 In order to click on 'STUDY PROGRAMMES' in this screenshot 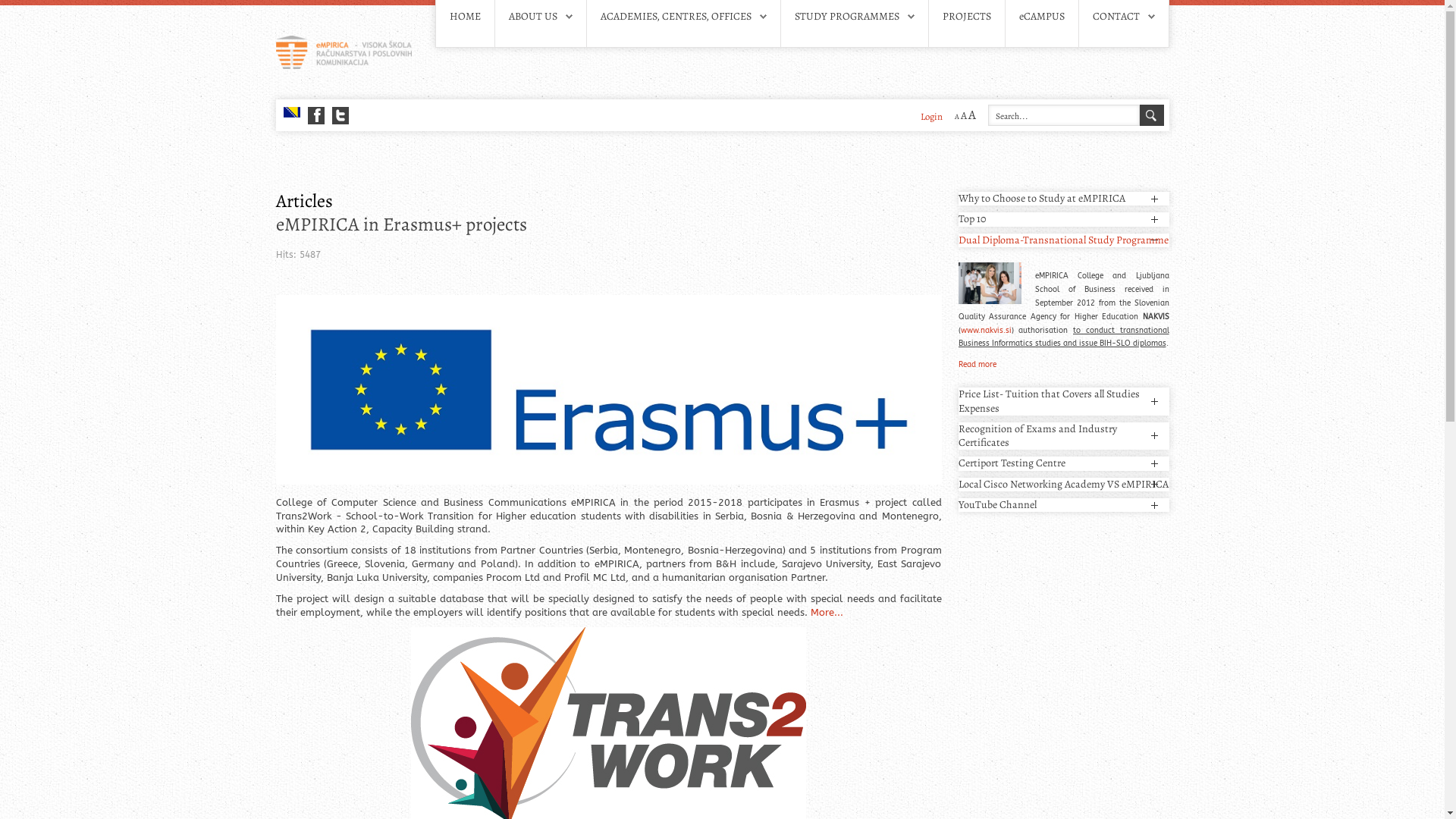, I will do `click(846, 16)`.